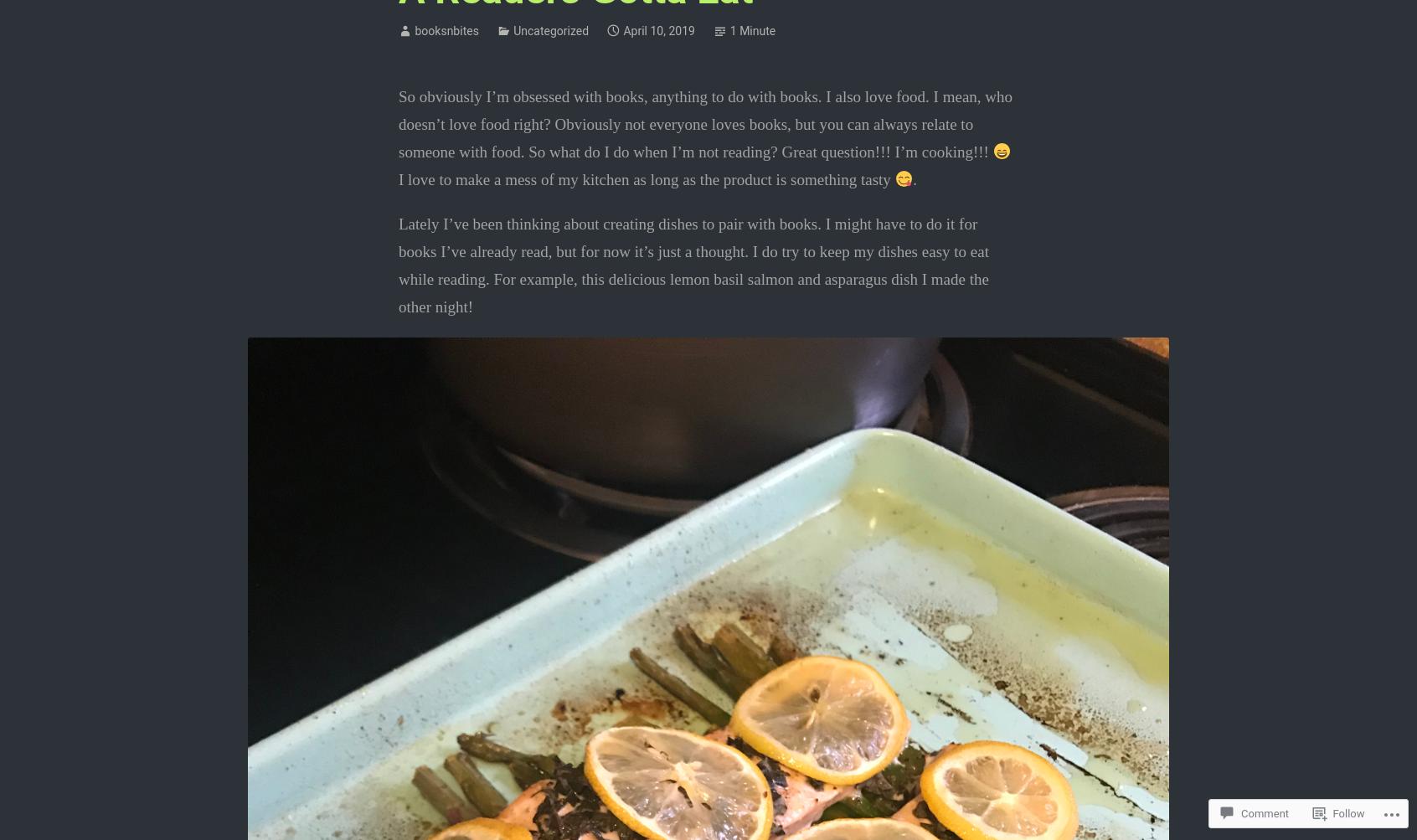 The width and height of the screenshot is (1417, 840). What do you see at coordinates (1241, 811) in the screenshot?
I see `'Comment'` at bounding box center [1241, 811].